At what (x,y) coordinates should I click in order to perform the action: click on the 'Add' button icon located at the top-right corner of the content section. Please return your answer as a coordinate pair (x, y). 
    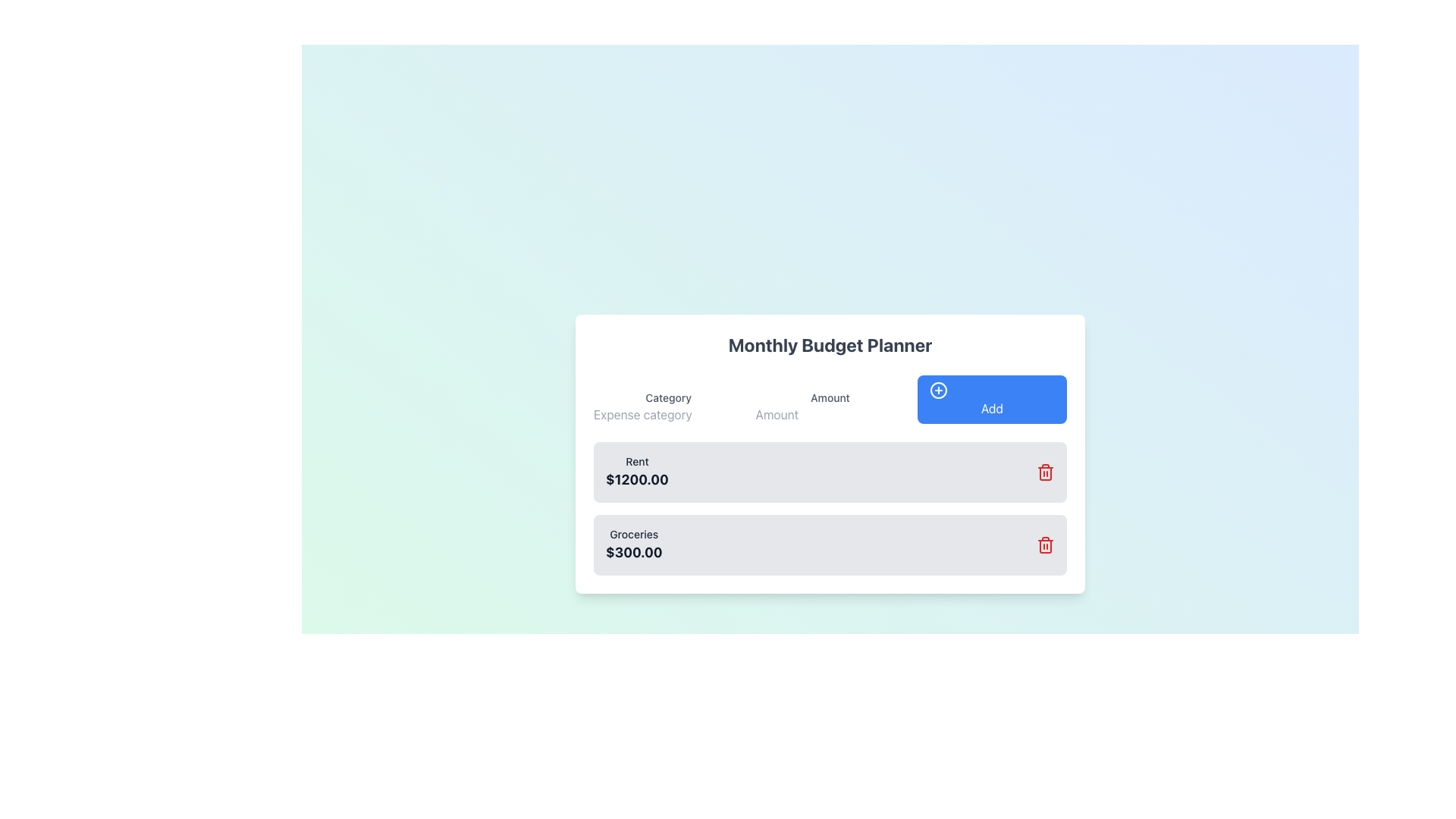
    Looking at the image, I should click on (937, 390).